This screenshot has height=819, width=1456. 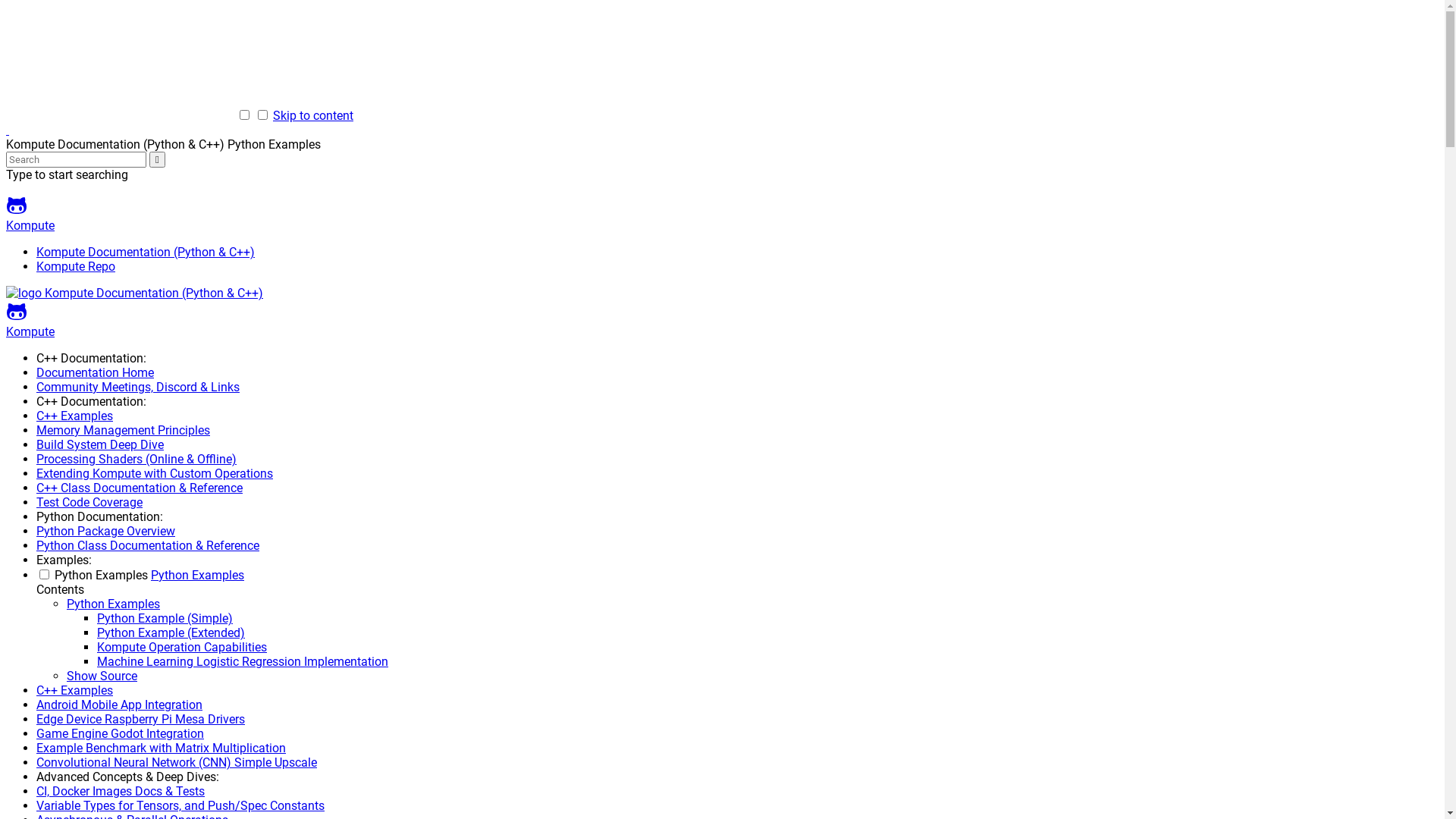 What do you see at coordinates (243, 661) in the screenshot?
I see `'Machine Learning Logistic Regression Implementation'` at bounding box center [243, 661].